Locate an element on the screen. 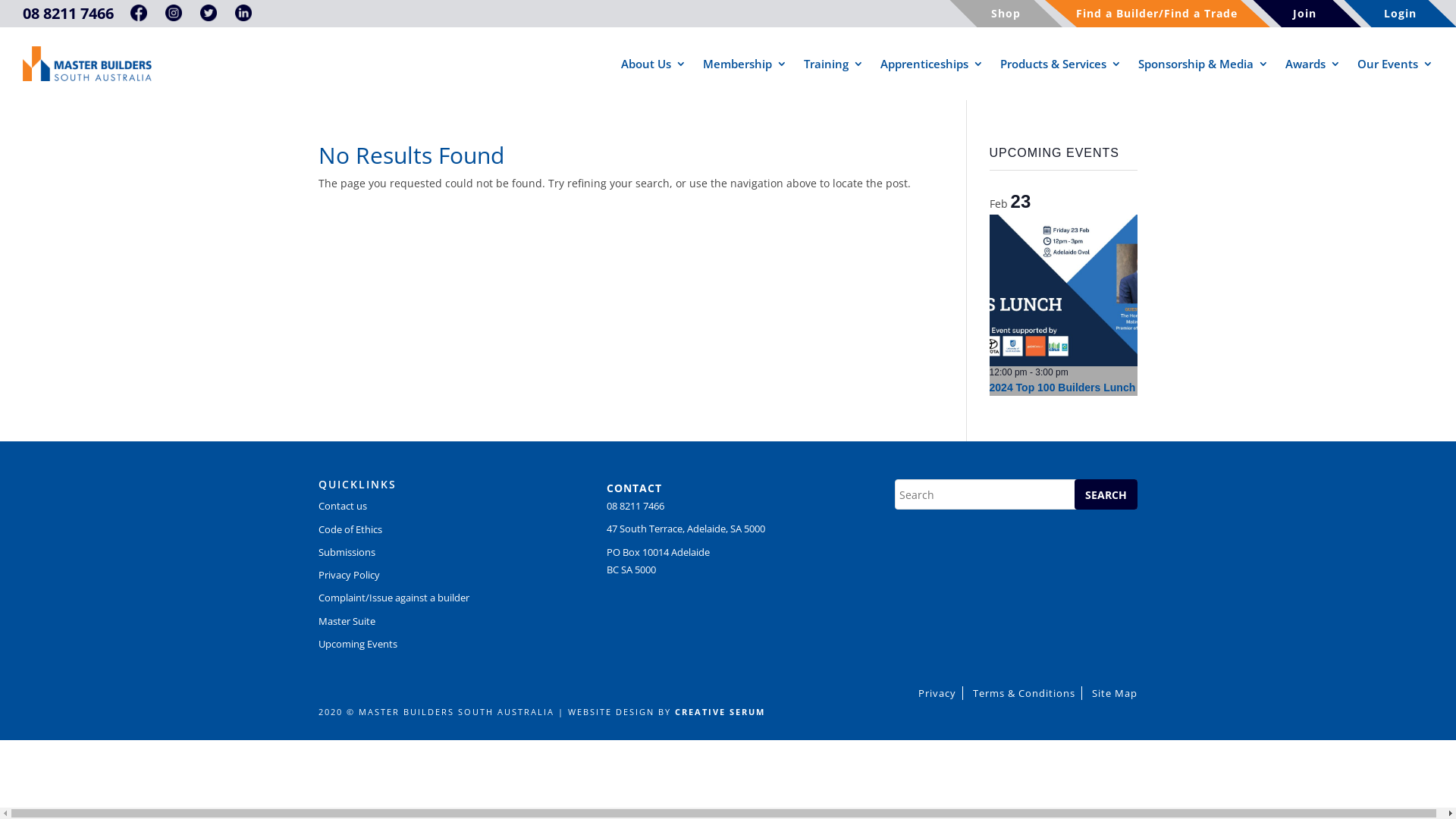 The image size is (1456, 819). 'Site Map' is located at coordinates (1111, 693).